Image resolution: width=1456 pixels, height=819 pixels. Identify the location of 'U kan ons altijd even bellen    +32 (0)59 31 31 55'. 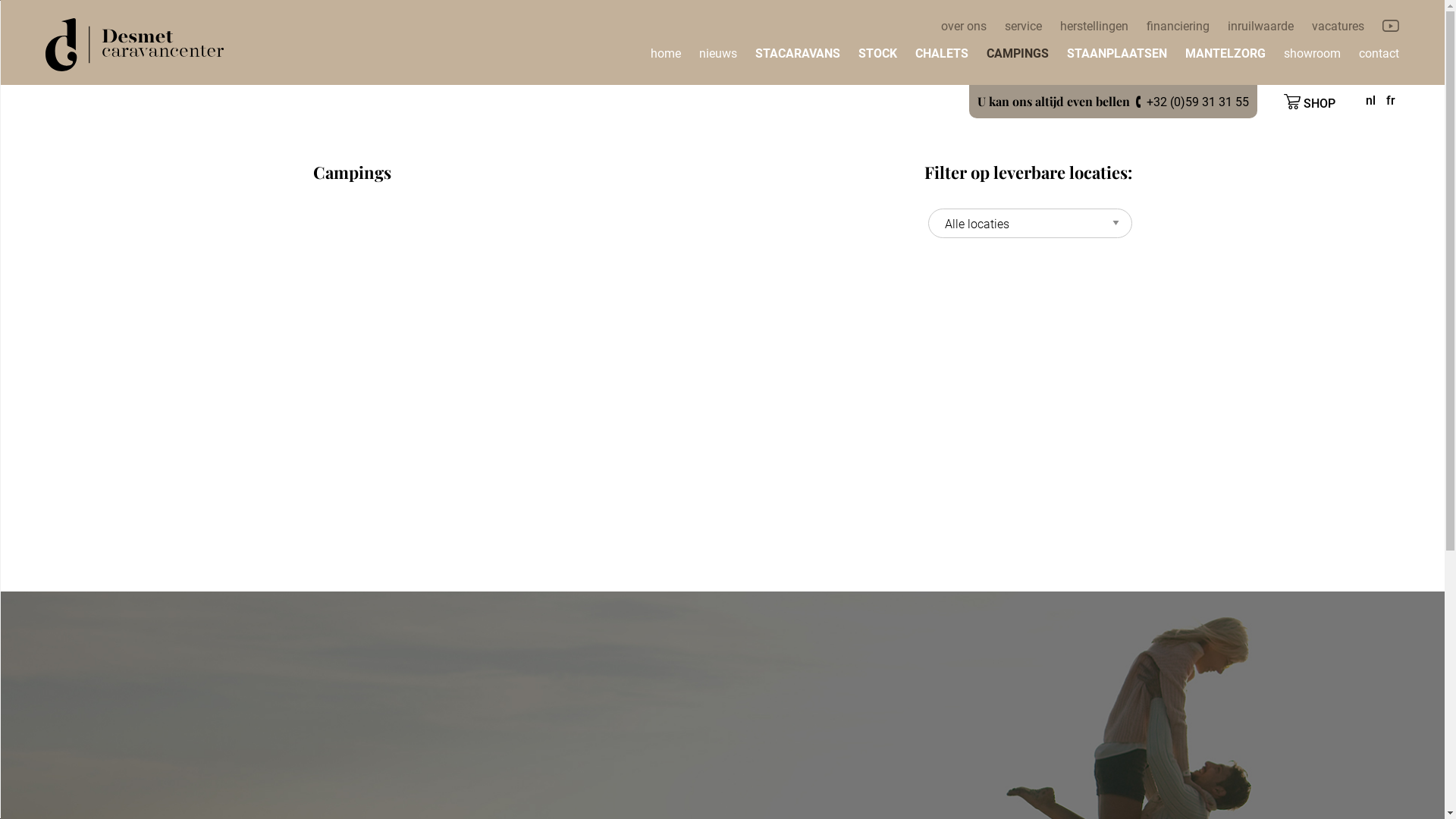
(1113, 102).